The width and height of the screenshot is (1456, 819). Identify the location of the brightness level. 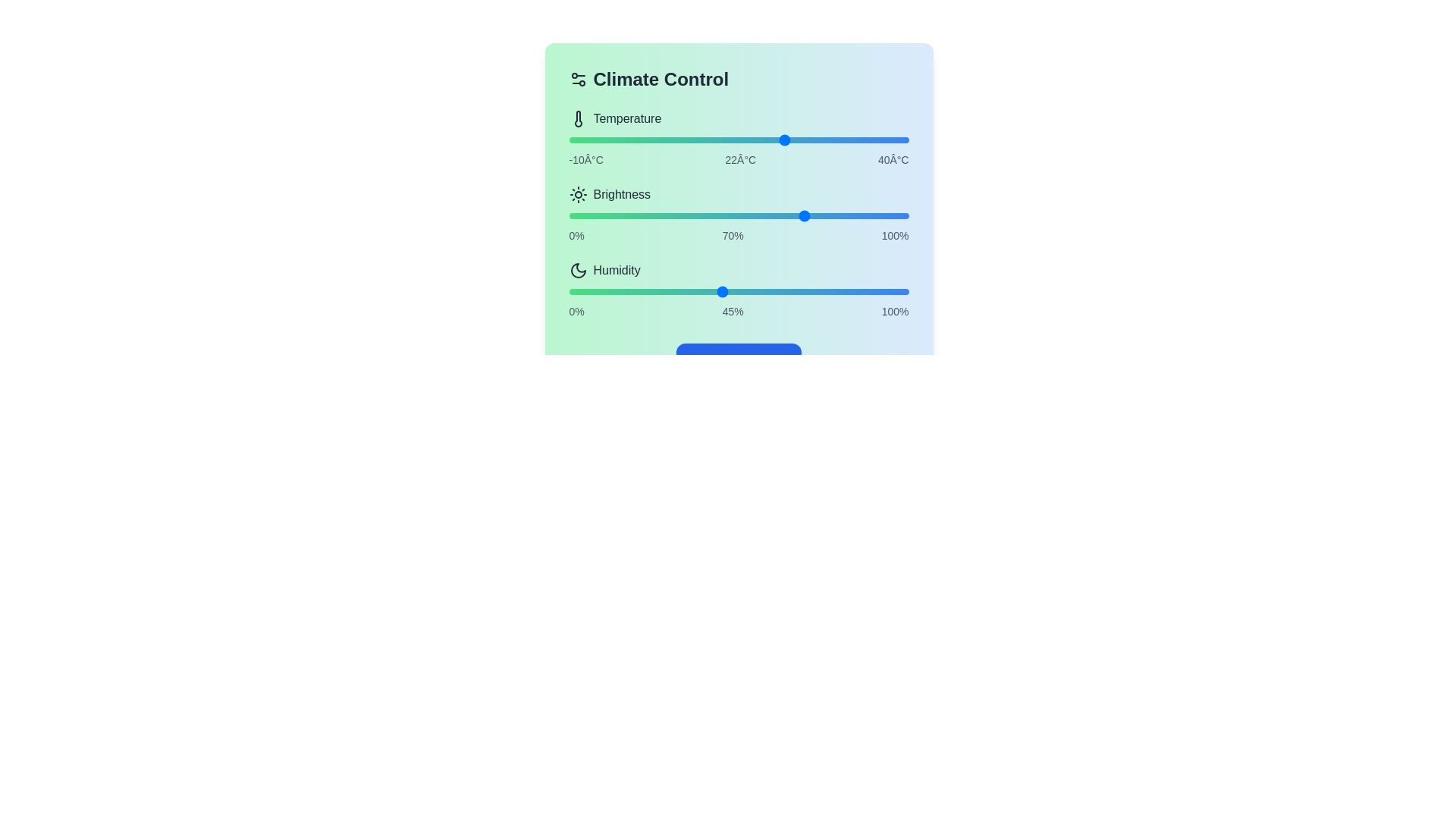
(729, 216).